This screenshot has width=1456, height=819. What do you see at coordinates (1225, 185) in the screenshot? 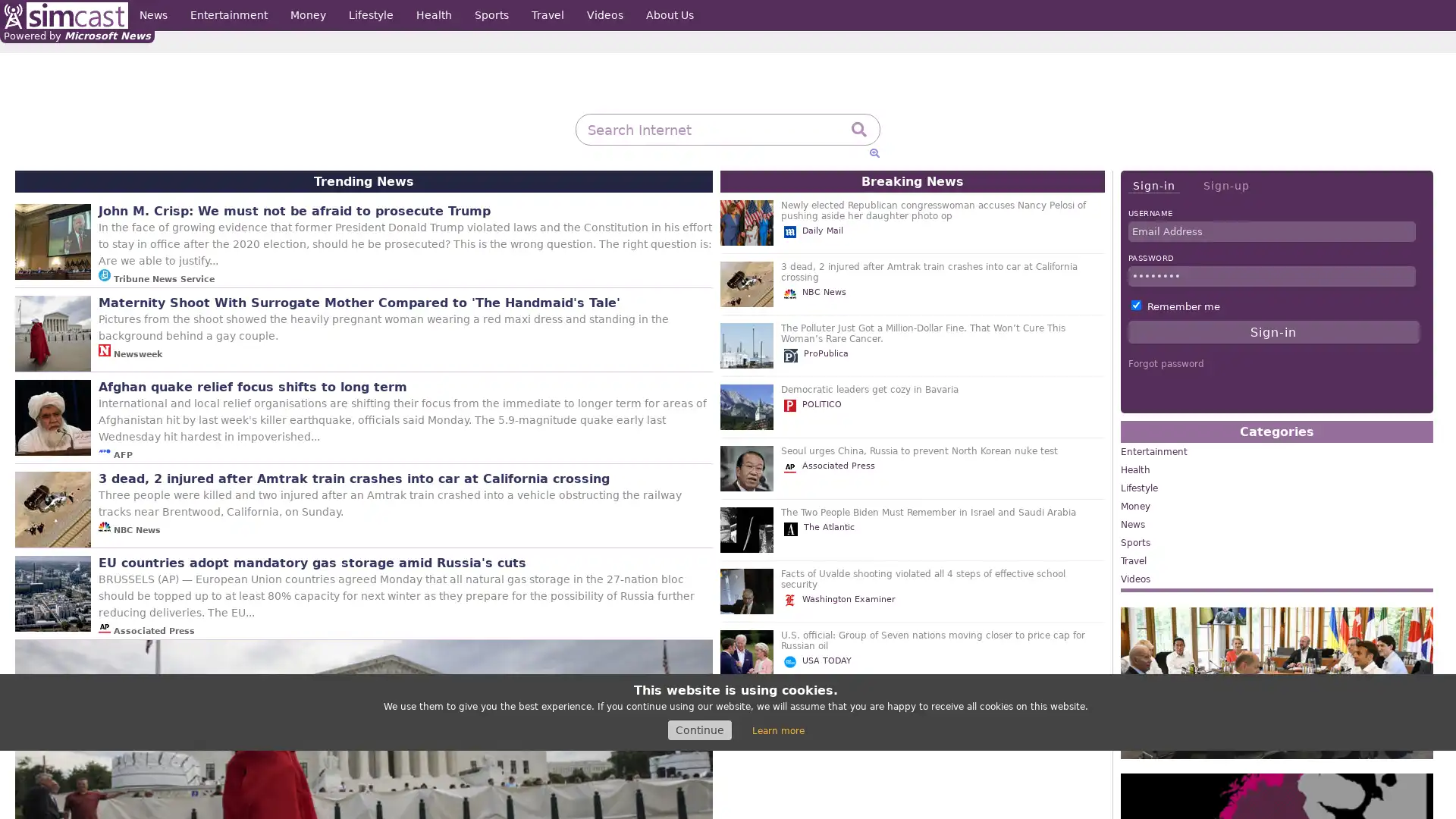
I see `Sign-up` at bounding box center [1225, 185].